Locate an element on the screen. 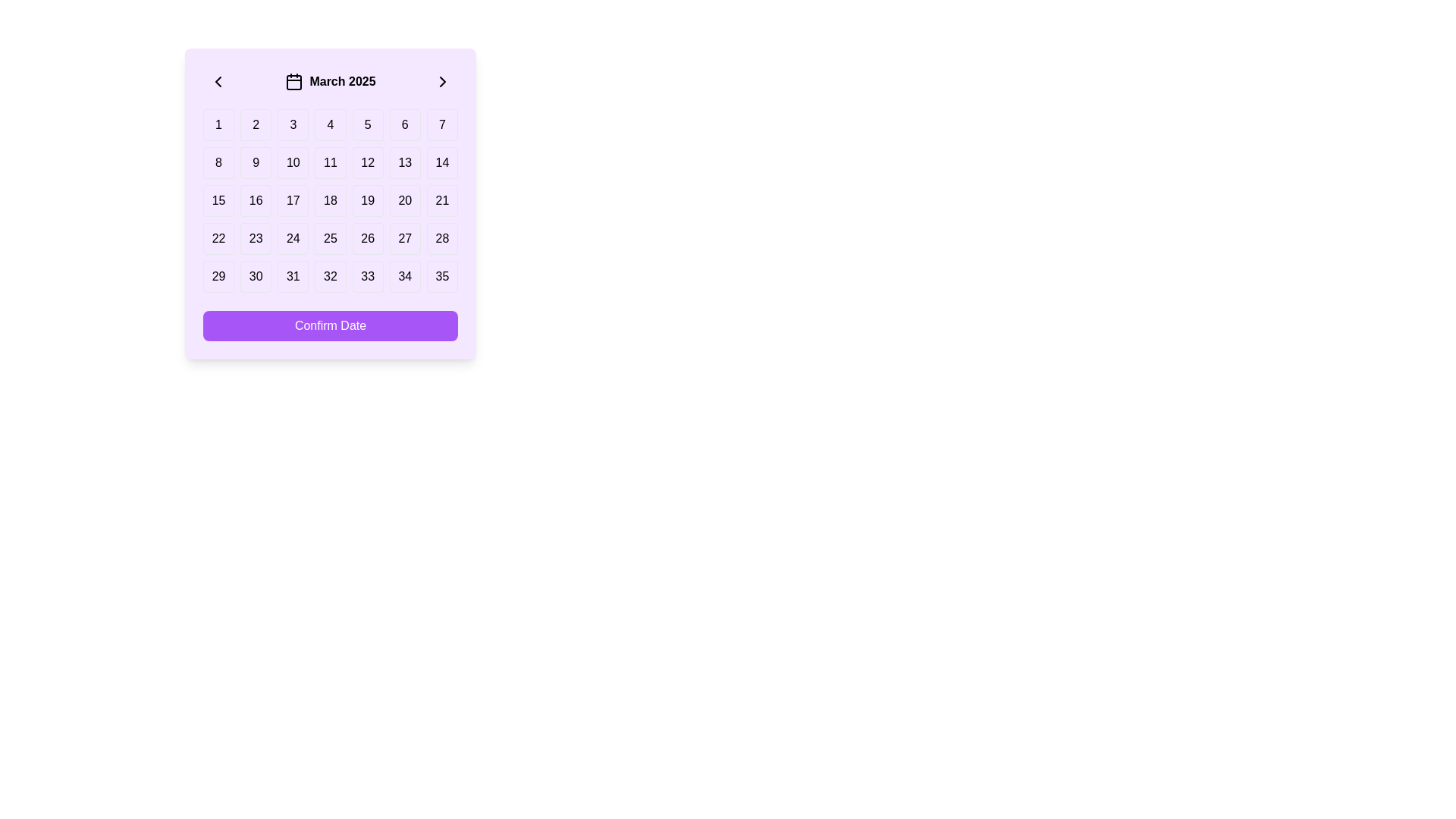 The image size is (1456, 819). the leftmost chevron button in the calendar navigation is located at coordinates (218, 82).